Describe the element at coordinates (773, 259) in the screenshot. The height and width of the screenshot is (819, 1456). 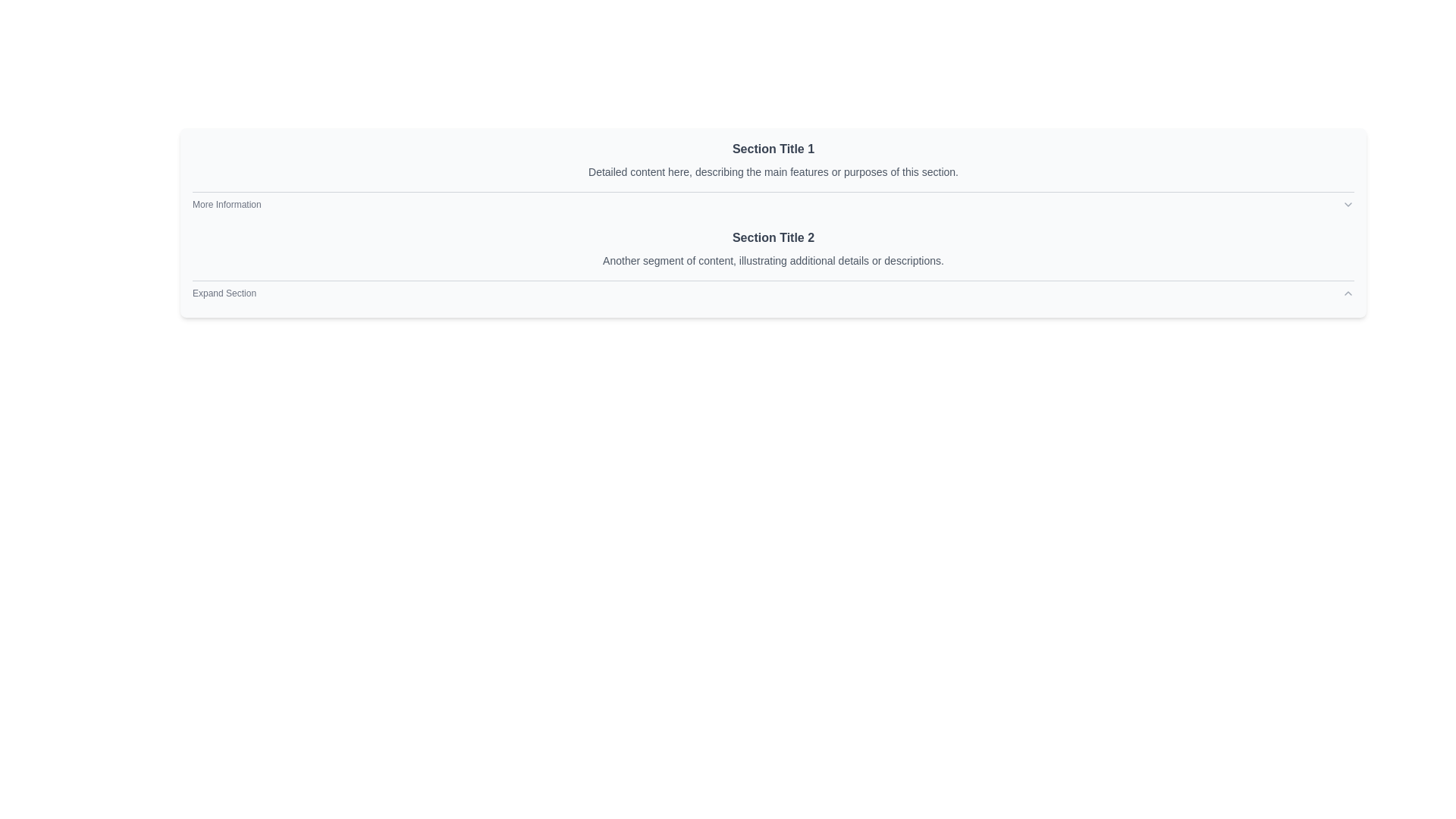
I see `the text label reading 'Another segment of content, illustrating additional details or descriptions.' which is styled in gray and positioned below the title 'Section Title 2'` at that location.